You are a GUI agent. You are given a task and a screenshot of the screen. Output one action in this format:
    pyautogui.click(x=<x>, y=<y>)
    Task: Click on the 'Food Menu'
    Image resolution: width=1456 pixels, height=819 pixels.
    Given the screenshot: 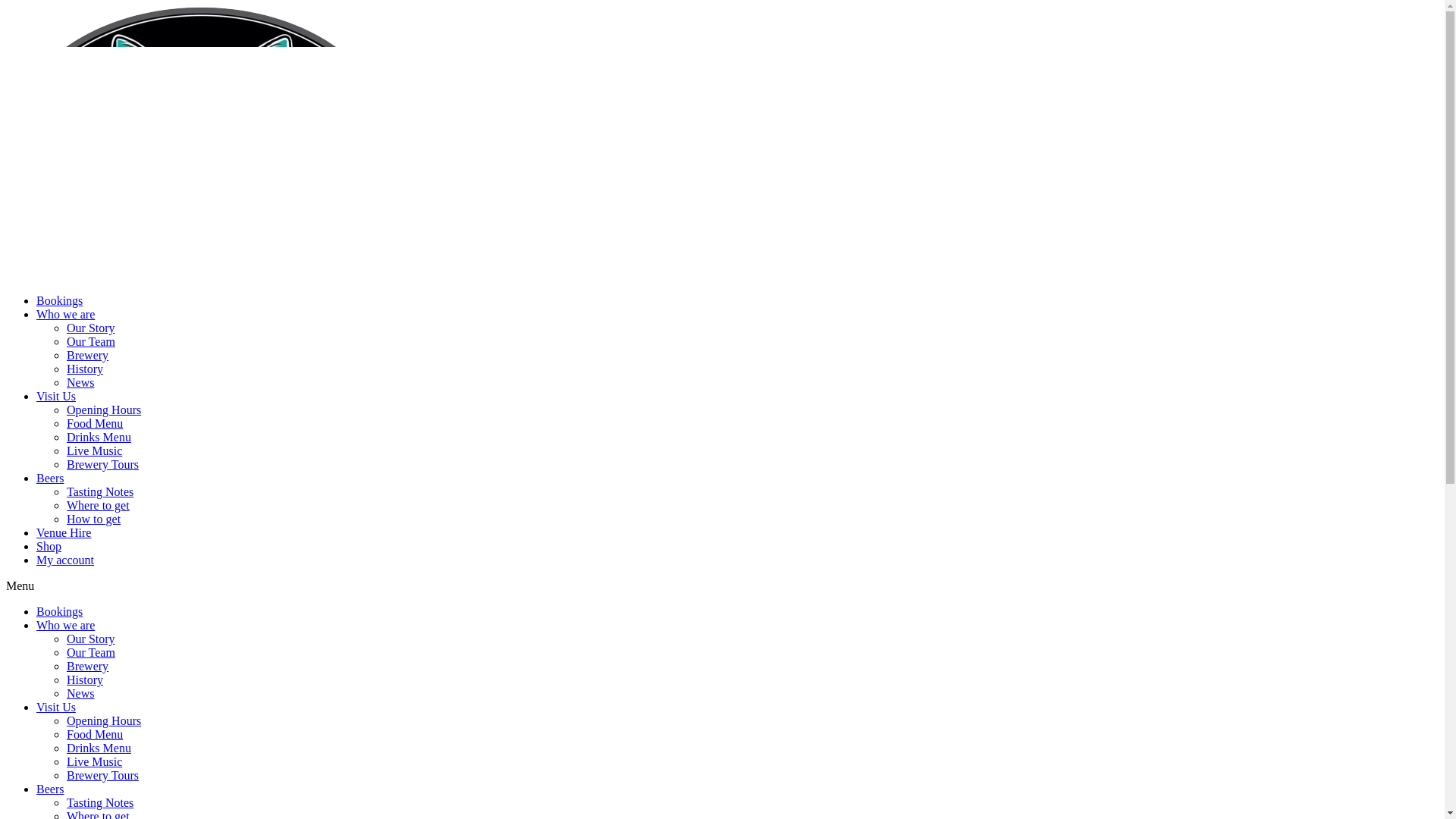 What is the action you would take?
    pyautogui.click(x=93, y=423)
    